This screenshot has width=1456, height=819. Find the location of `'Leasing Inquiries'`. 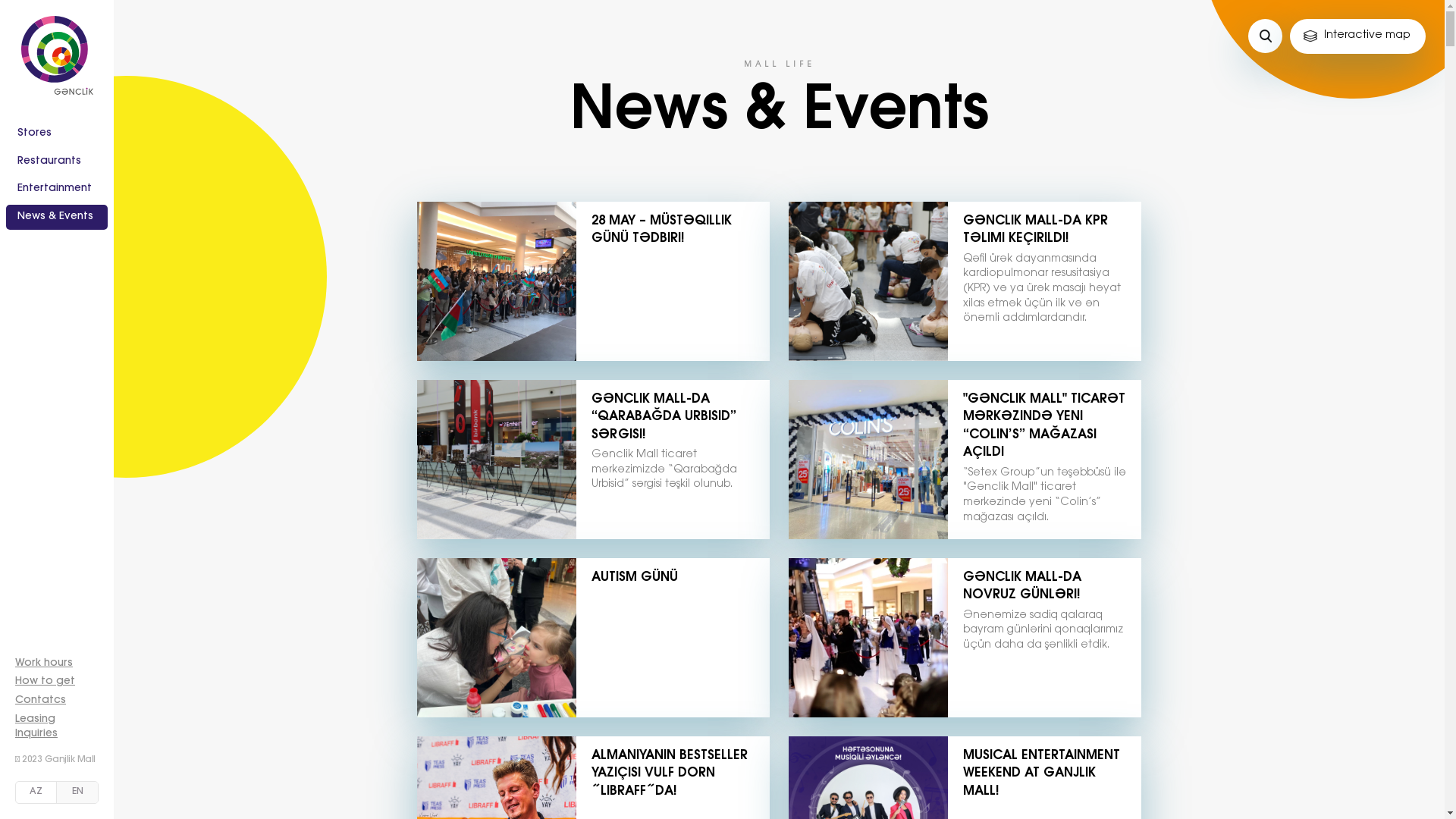

'Leasing Inquiries' is located at coordinates (36, 726).